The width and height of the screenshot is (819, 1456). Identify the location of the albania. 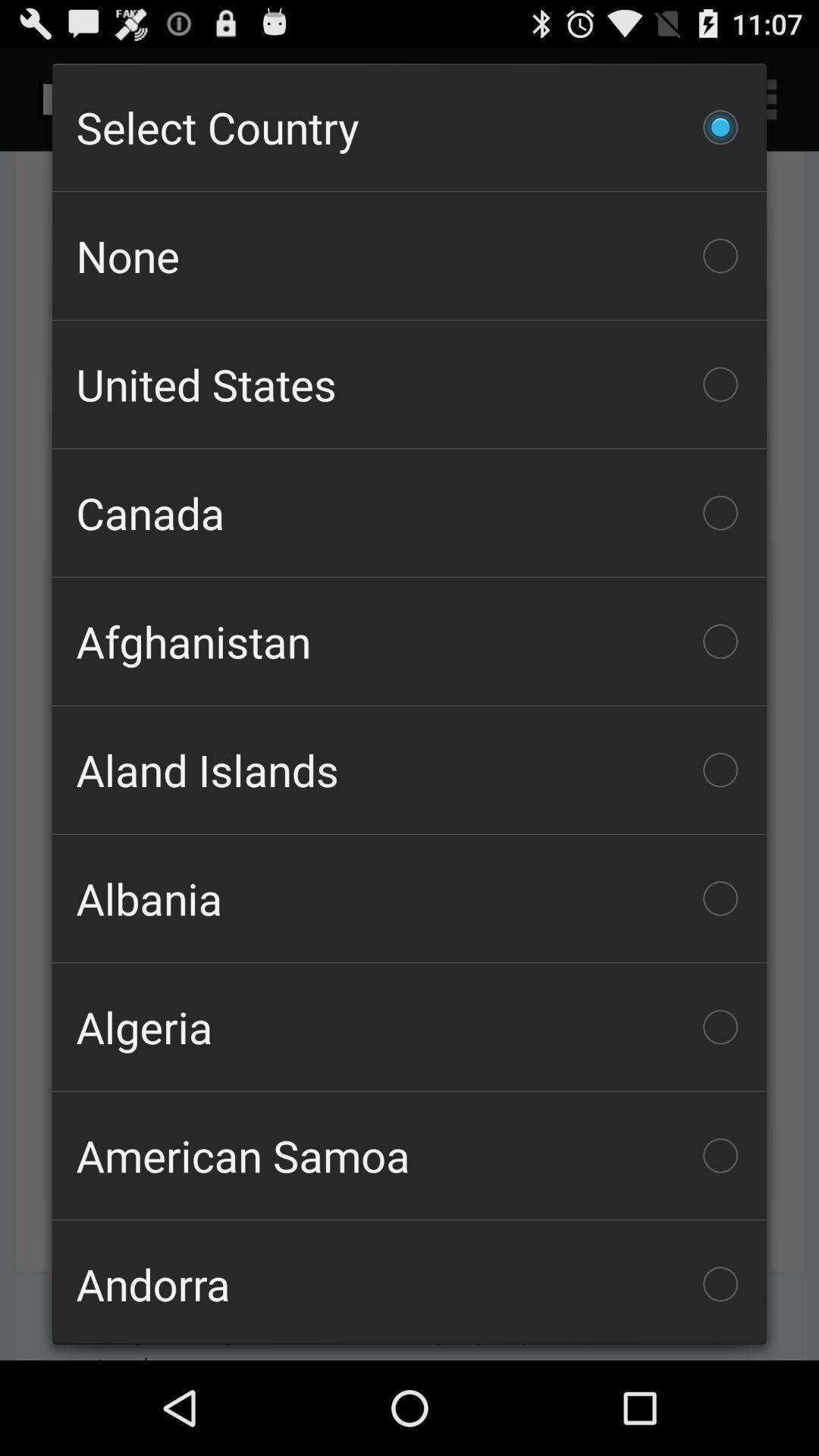
(409, 899).